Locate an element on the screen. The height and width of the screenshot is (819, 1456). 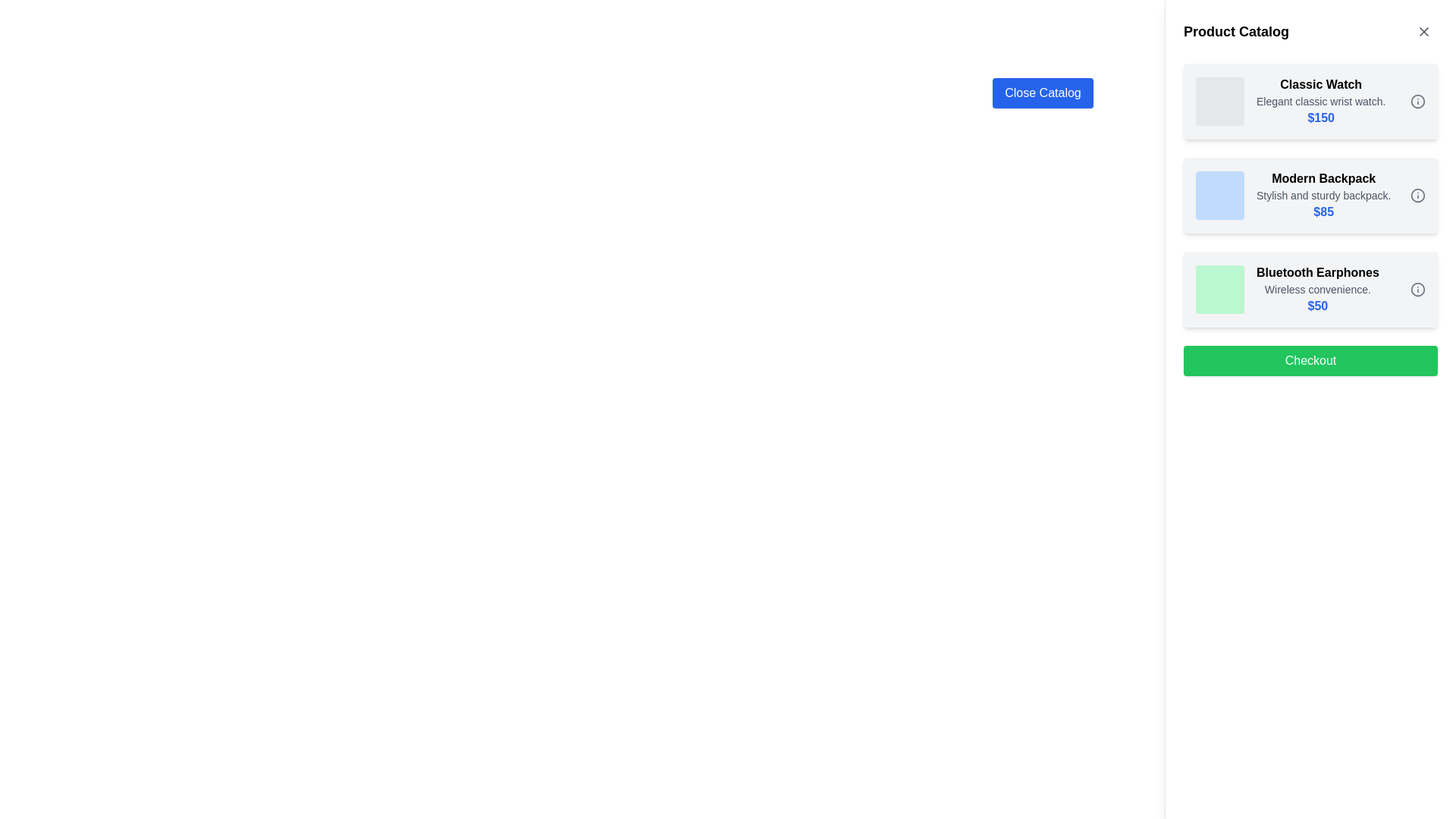
descriptive text label summarizing the functionalities of the product 'Bluetooth Earphones', which is located in the product card, second line of text below the title and above the price is located at coordinates (1316, 289).